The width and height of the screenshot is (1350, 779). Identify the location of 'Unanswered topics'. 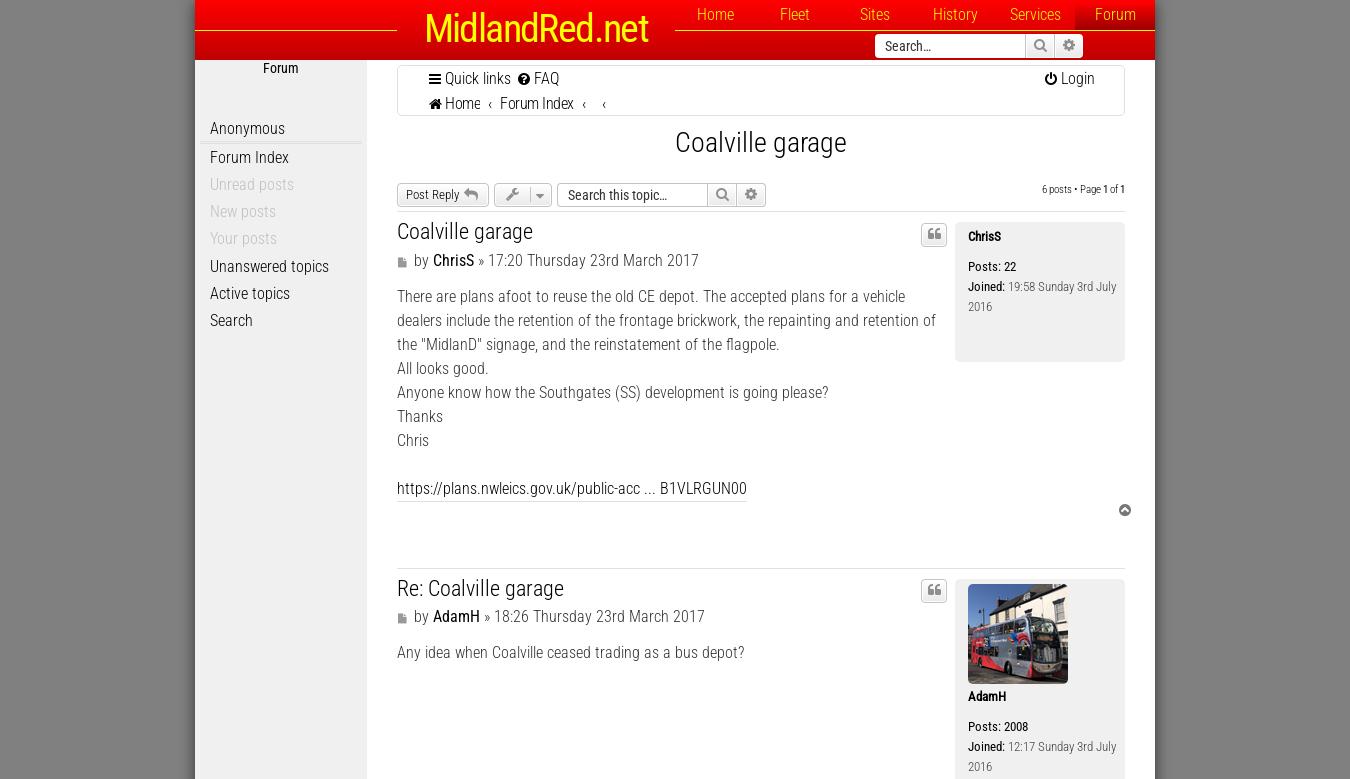
(268, 264).